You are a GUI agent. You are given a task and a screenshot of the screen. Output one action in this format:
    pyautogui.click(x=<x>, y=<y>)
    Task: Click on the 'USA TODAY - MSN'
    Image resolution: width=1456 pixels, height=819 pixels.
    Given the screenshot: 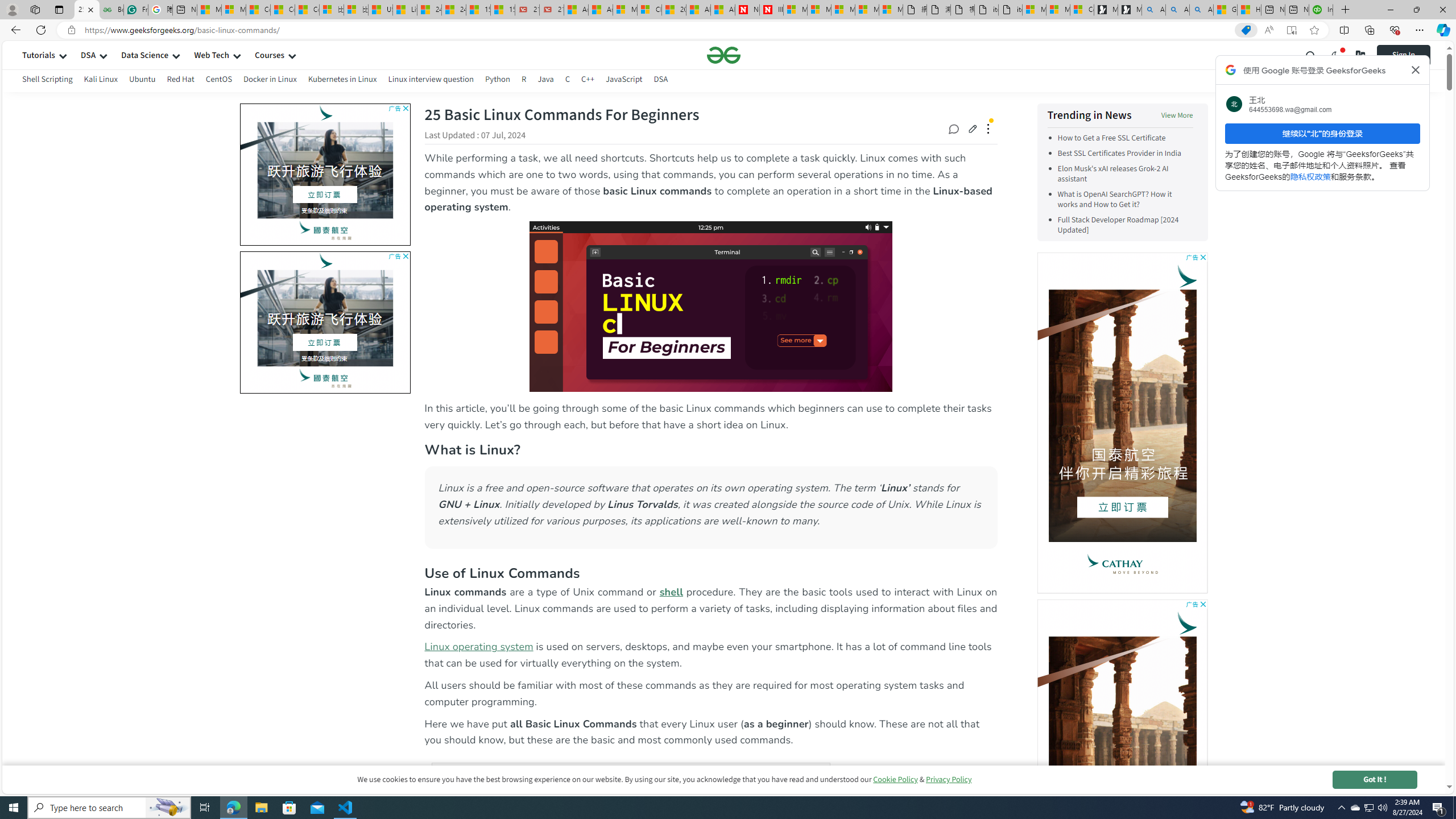 What is the action you would take?
    pyautogui.click(x=380, y=9)
    